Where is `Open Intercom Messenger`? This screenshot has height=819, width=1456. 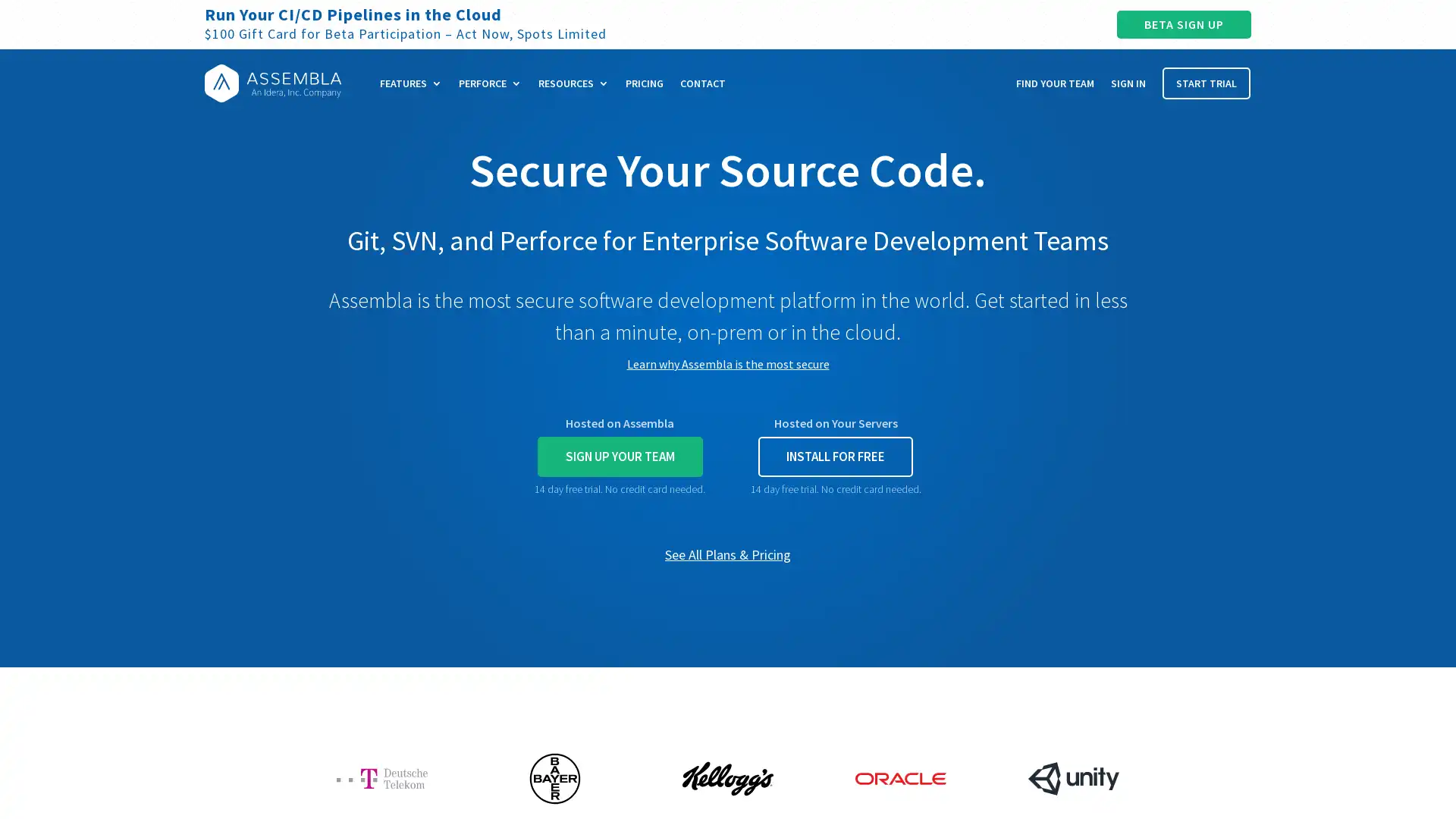 Open Intercom Messenger is located at coordinates (1417, 780).